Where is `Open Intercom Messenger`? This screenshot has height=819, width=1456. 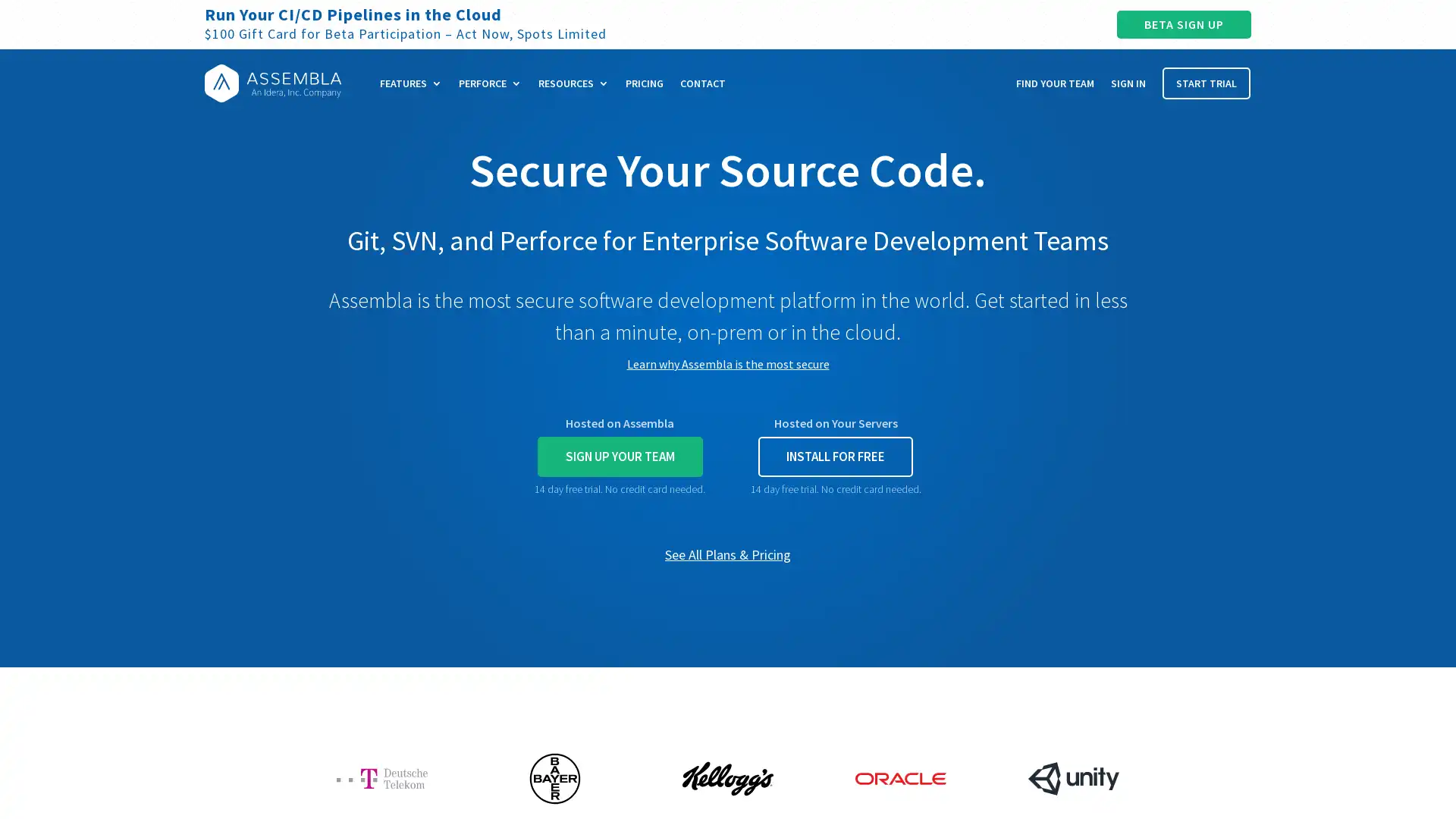 Open Intercom Messenger is located at coordinates (1417, 780).